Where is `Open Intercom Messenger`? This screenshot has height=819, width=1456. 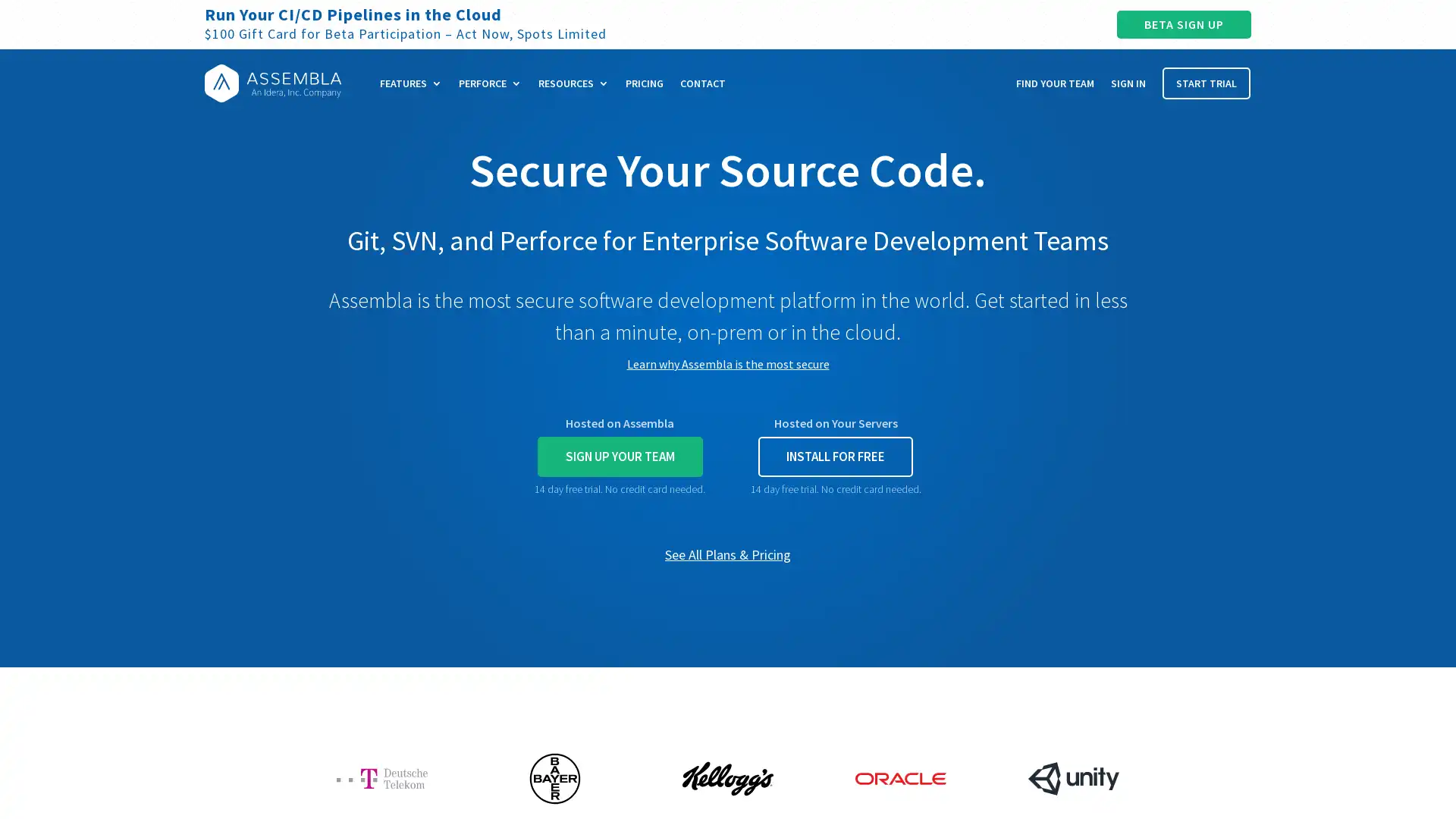 Open Intercom Messenger is located at coordinates (1417, 780).